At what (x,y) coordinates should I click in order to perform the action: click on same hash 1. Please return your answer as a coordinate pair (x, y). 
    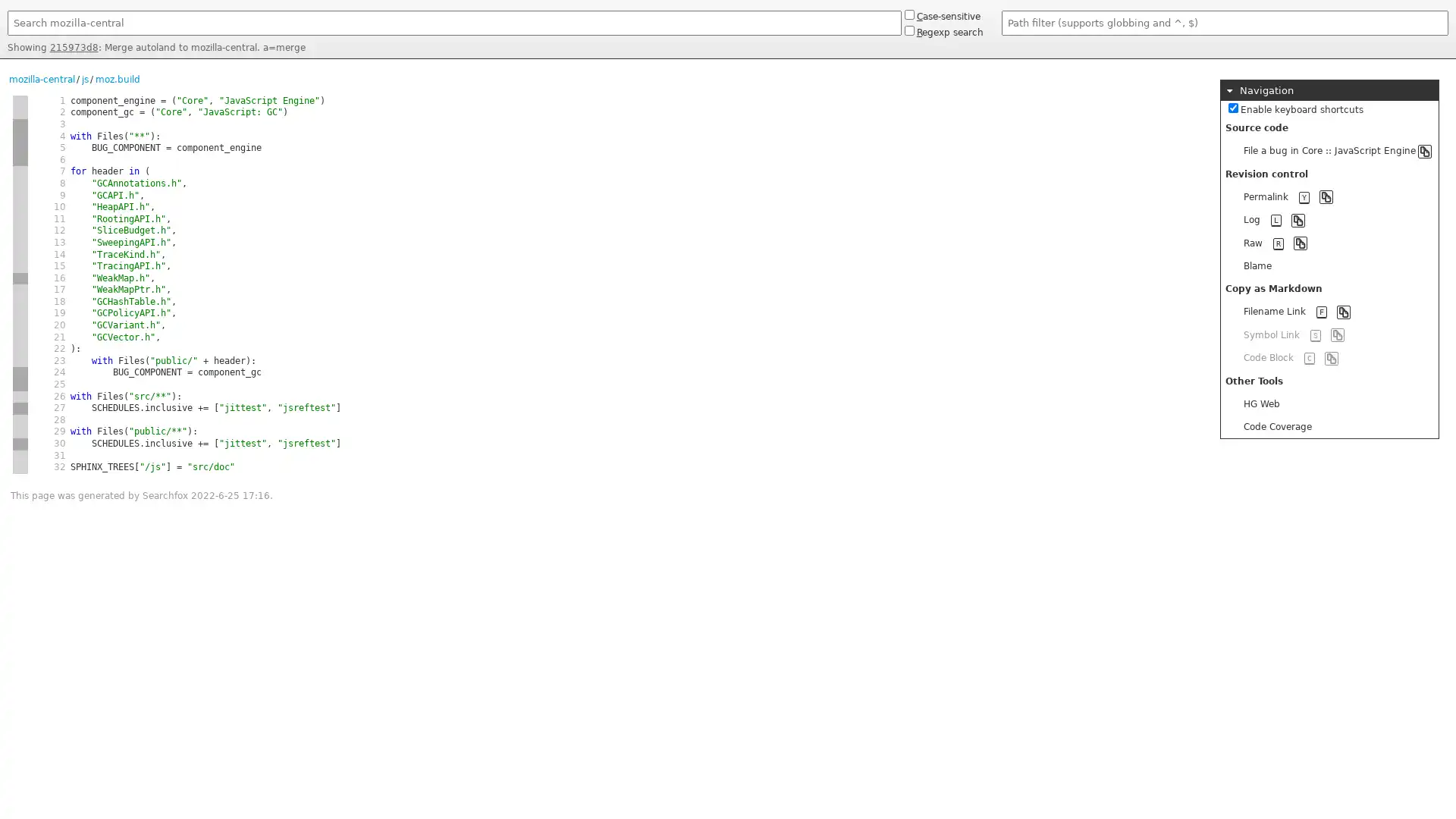
    Looking at the image, I should click on (20, 219).